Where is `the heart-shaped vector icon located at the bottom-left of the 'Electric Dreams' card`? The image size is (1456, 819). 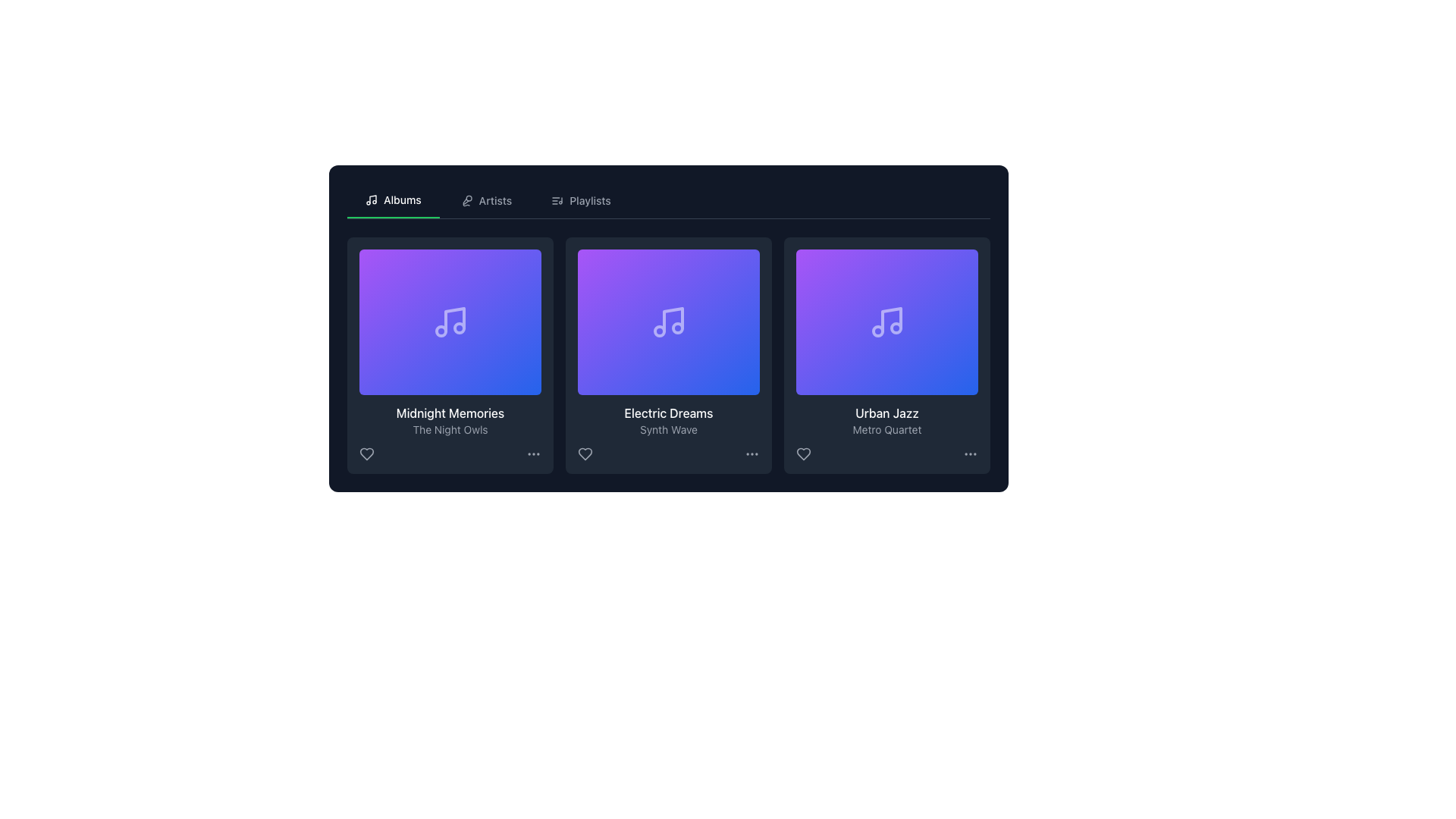
the heart-shaped vector icon located at the bottom-left of the 'Electric Dreams' card is located at coordinates (585, 453).